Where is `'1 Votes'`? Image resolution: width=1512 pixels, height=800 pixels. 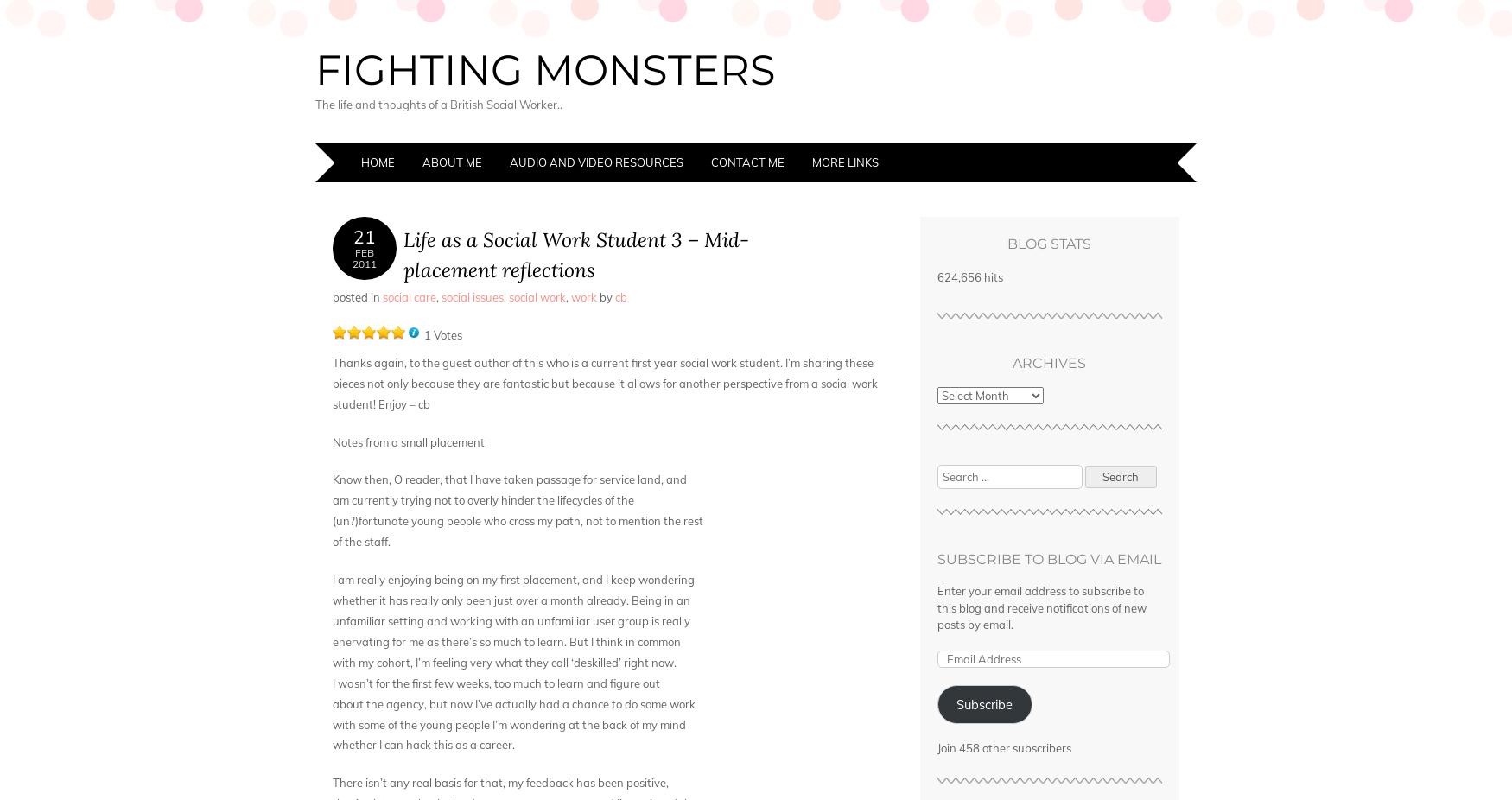 '1 Votes' is located at coordinates (442, 334).